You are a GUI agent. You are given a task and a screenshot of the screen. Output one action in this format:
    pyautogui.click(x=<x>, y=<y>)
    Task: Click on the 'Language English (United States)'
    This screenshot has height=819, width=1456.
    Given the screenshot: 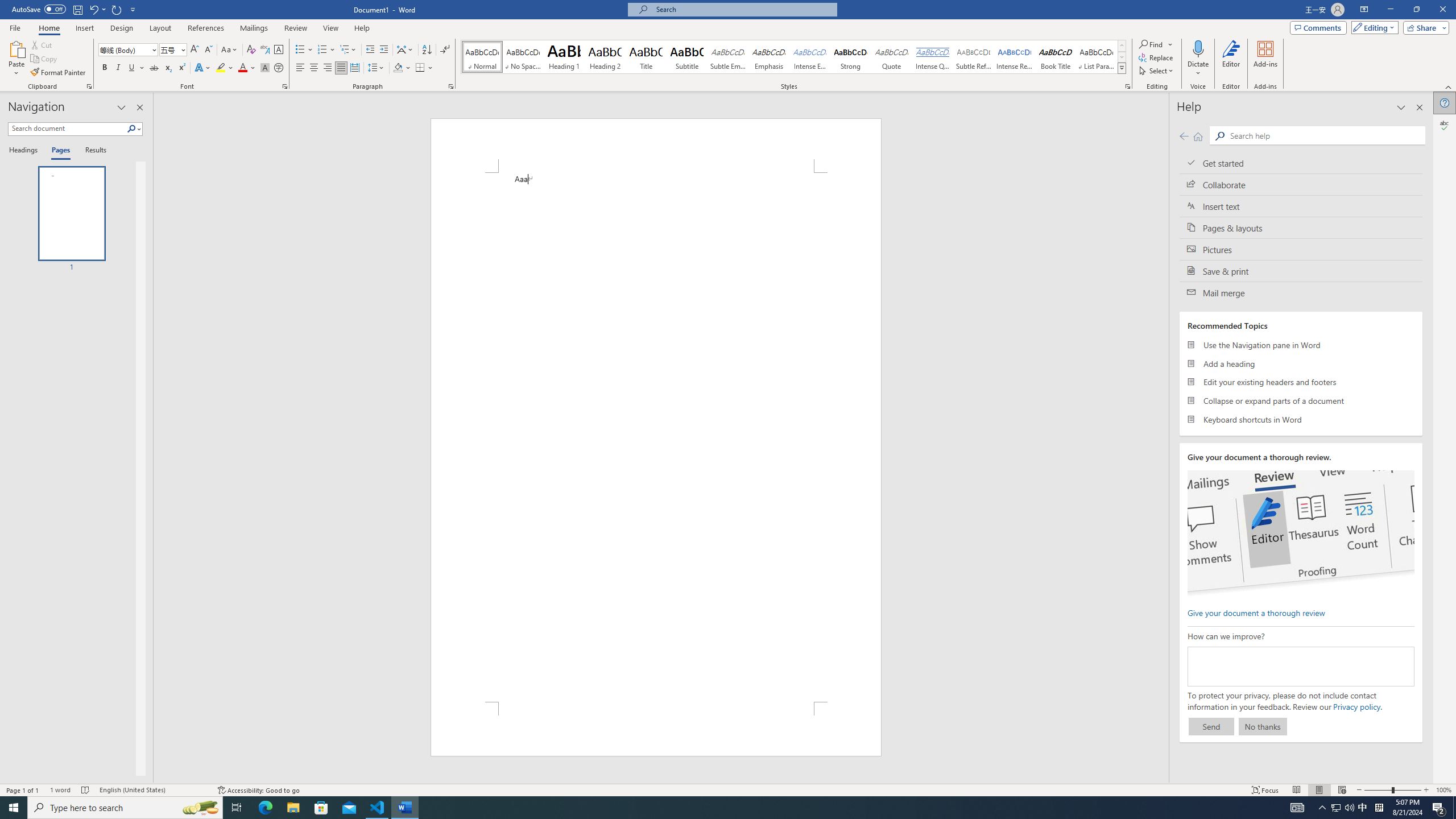 What is the action you would take?
    pyautogui.click(x=152, y=790)
    